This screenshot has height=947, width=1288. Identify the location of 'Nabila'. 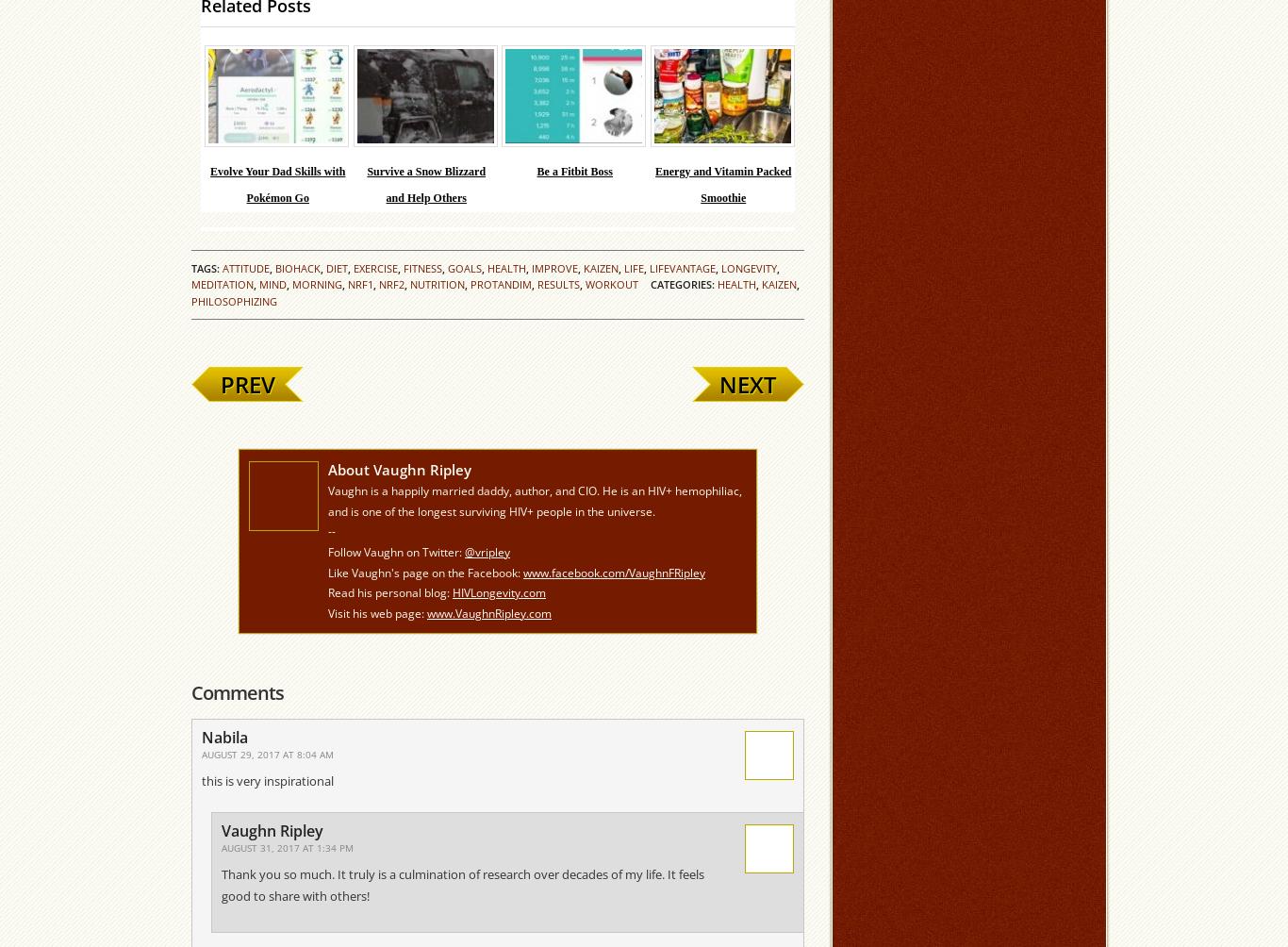
(224, 738).